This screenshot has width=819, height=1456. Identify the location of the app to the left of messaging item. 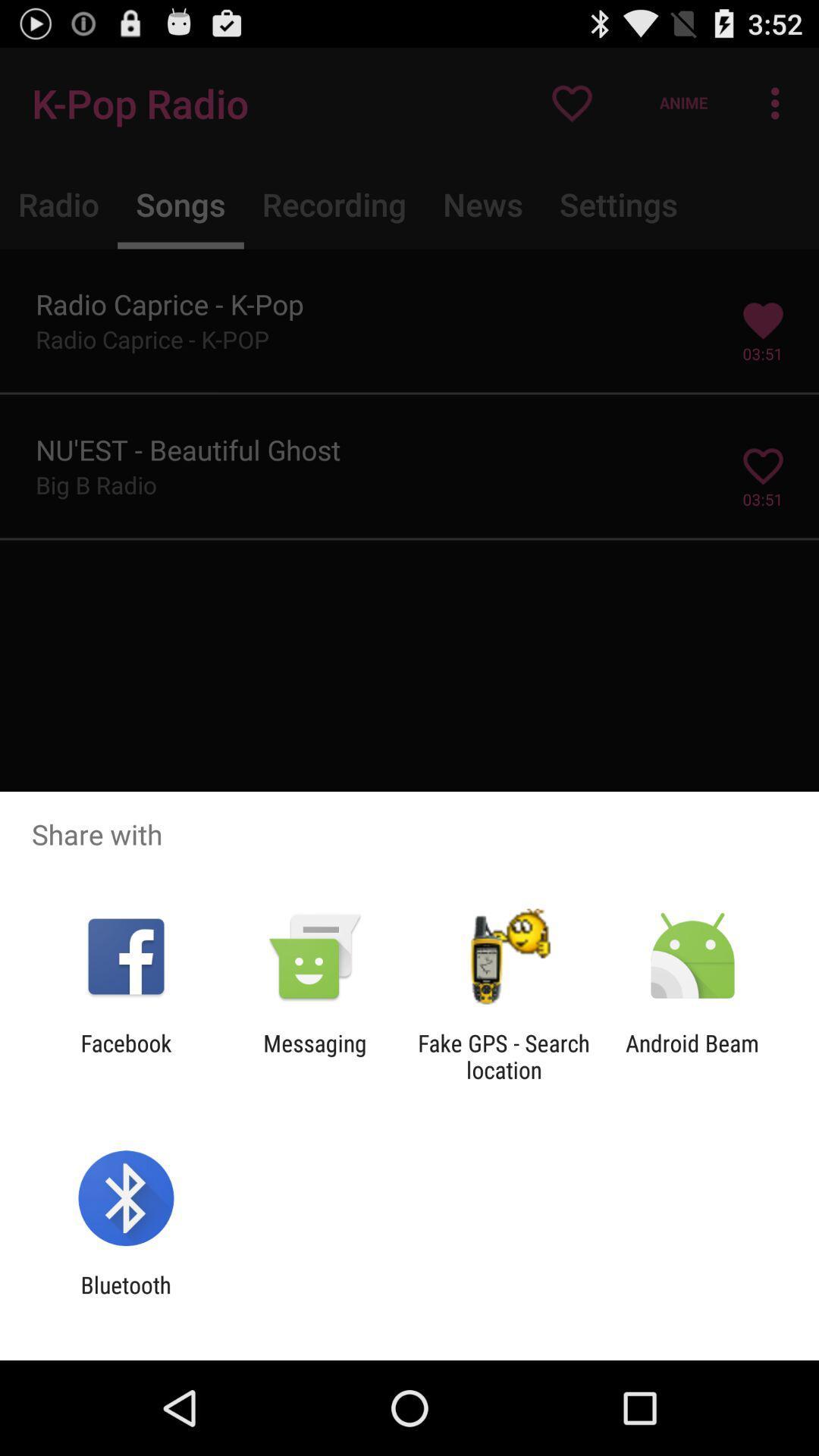
(125, 1056).